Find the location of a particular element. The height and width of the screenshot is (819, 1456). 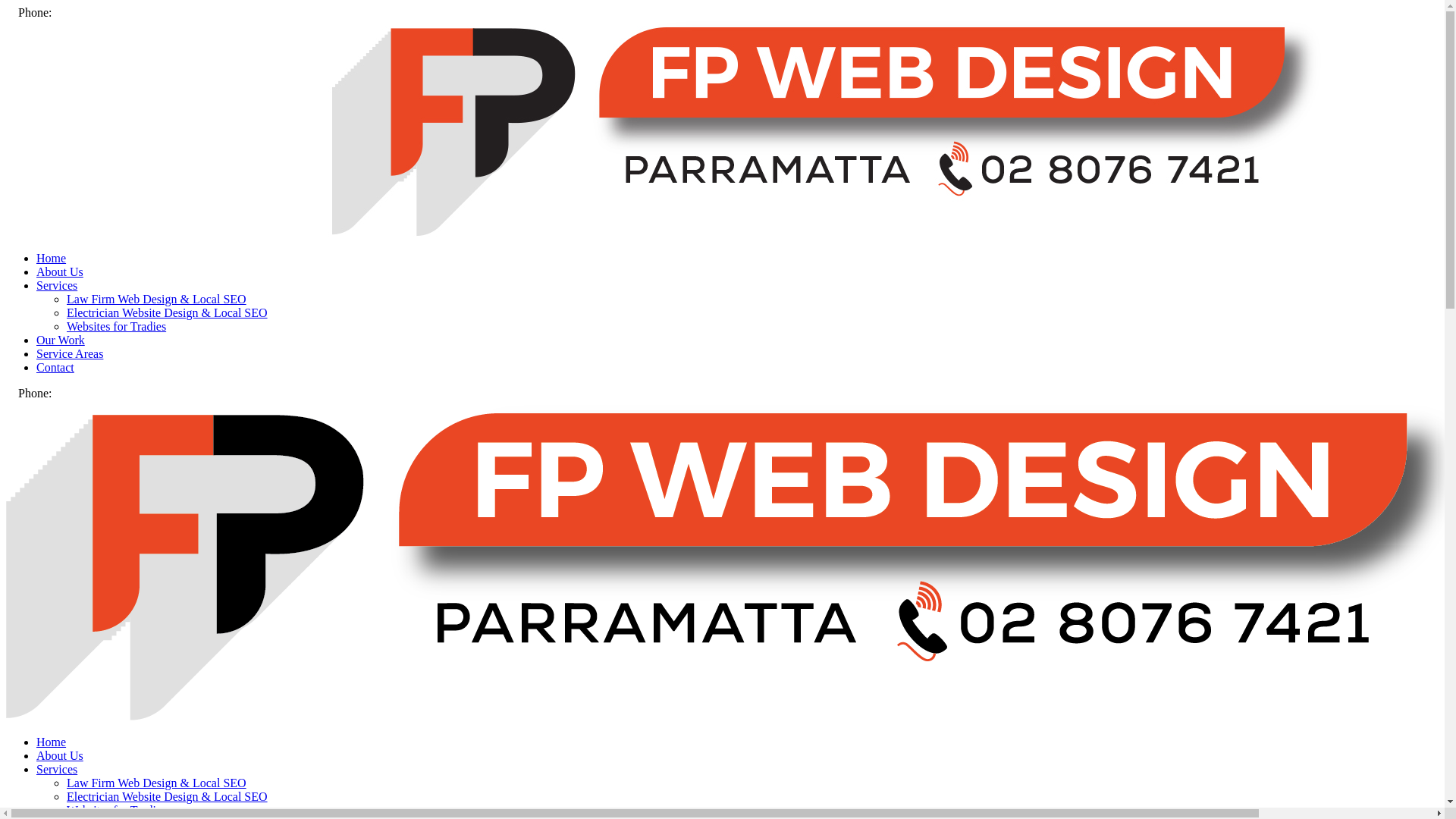

'Service Areas' is located at coordinates (68, 353).